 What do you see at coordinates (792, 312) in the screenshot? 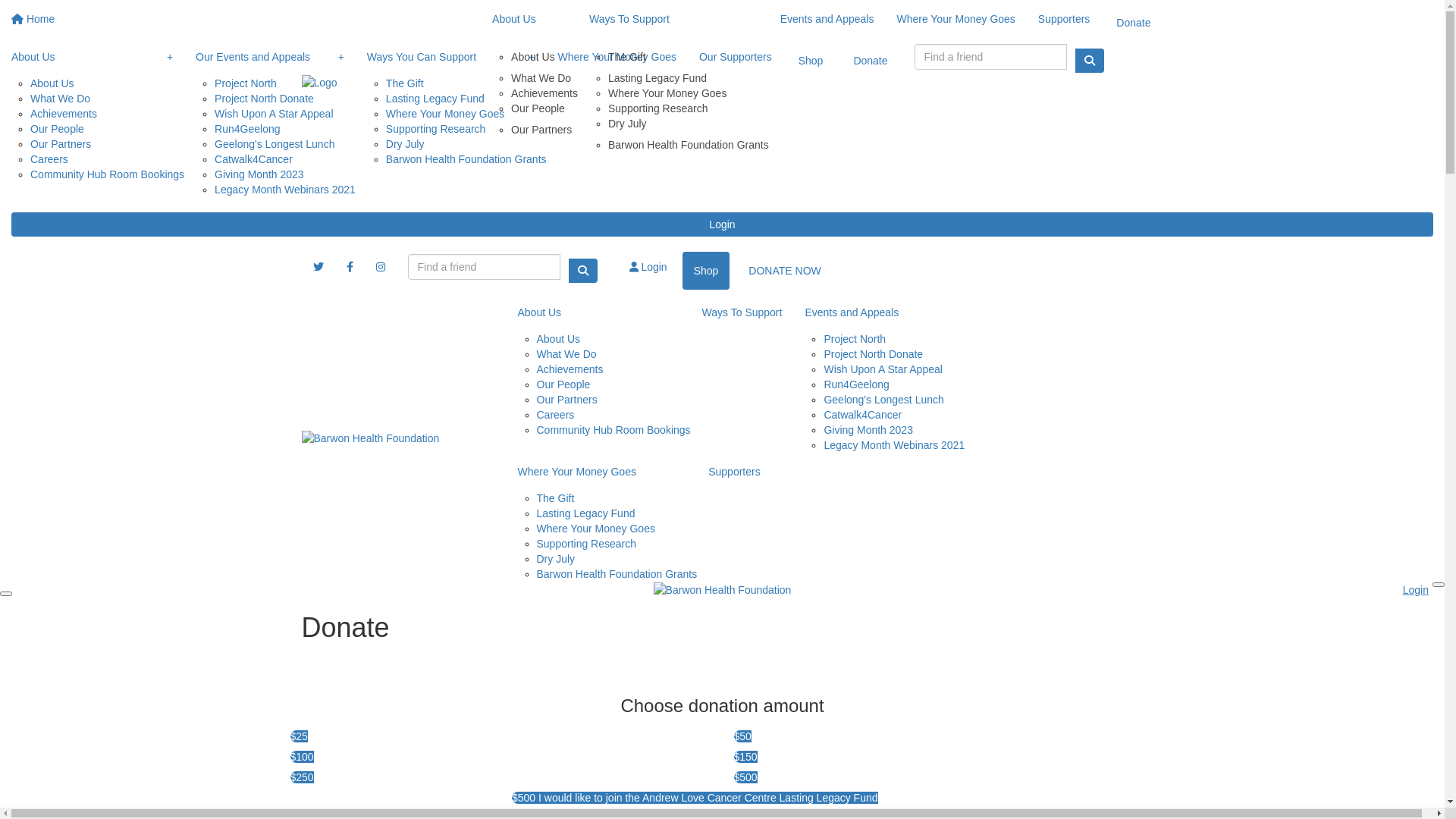
I see `'Events and Appeals'` at bounding box center [792, 312].